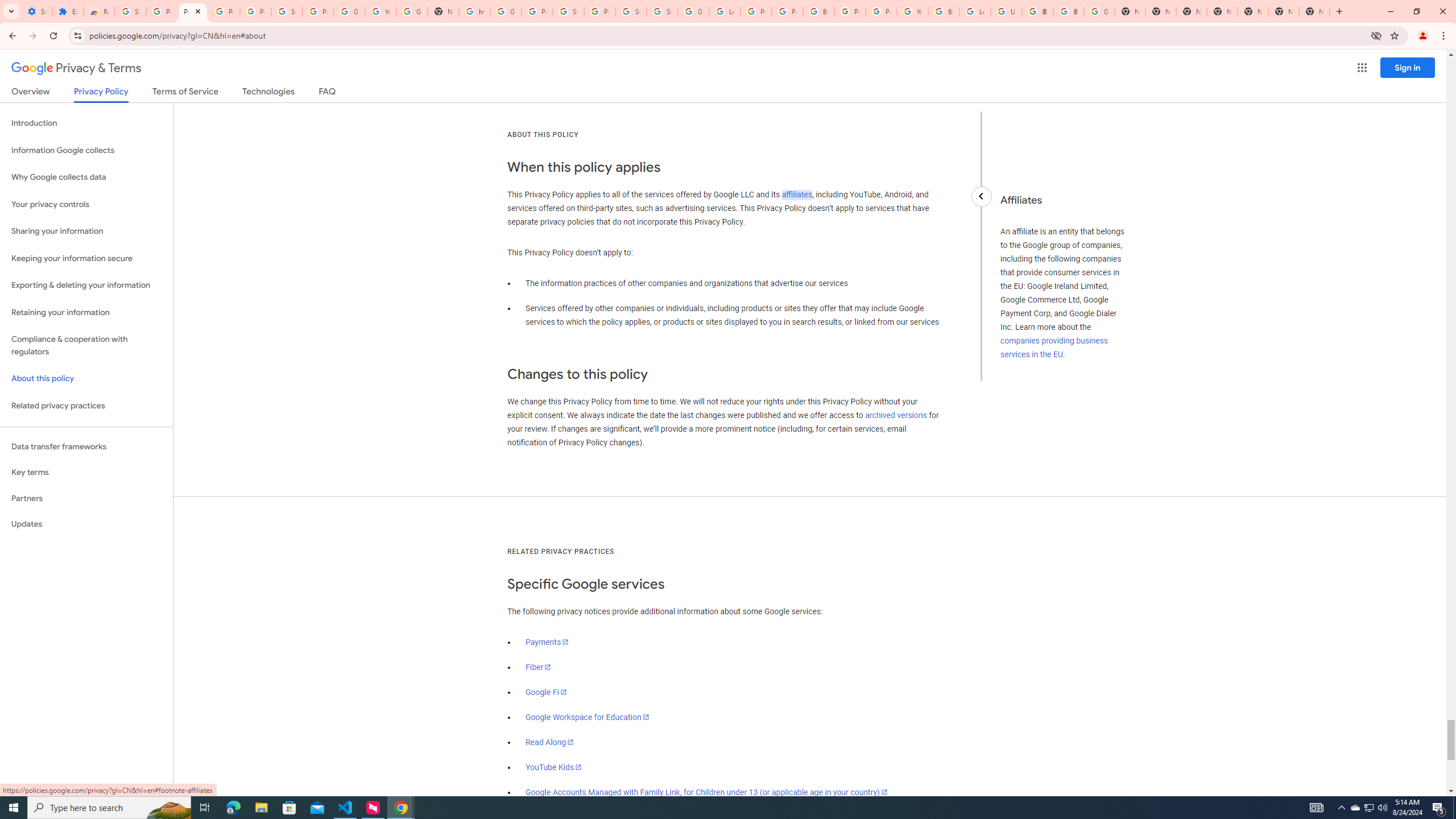 This screenshot has height=819, width=1456. What do you see at coordinates (86, 205) in the screenshot?
I see `'Your privacy controls'` at bounding box center [86, 205].